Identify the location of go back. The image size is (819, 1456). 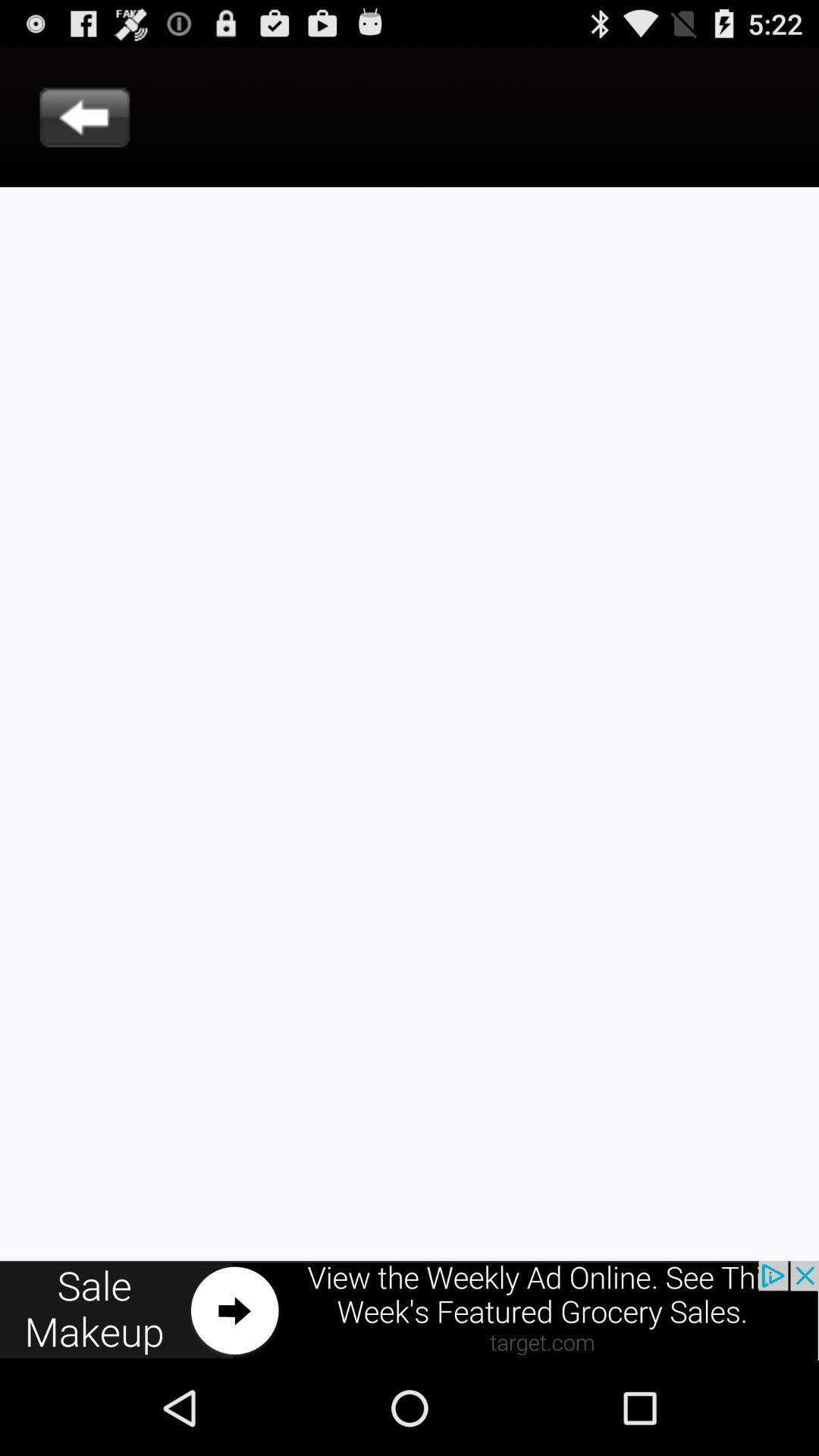
(84, 116).